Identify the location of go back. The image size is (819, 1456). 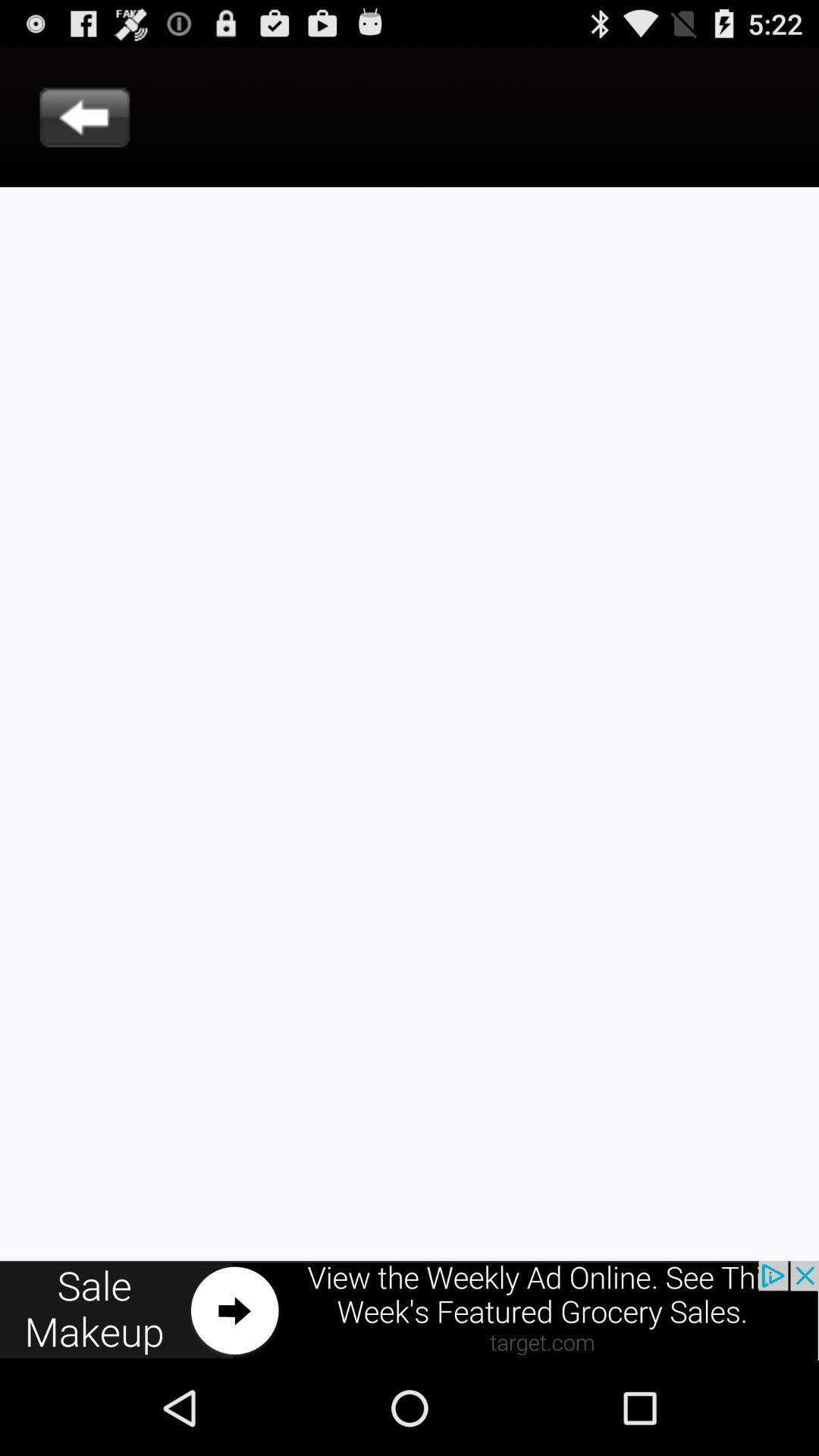
(84, 116).